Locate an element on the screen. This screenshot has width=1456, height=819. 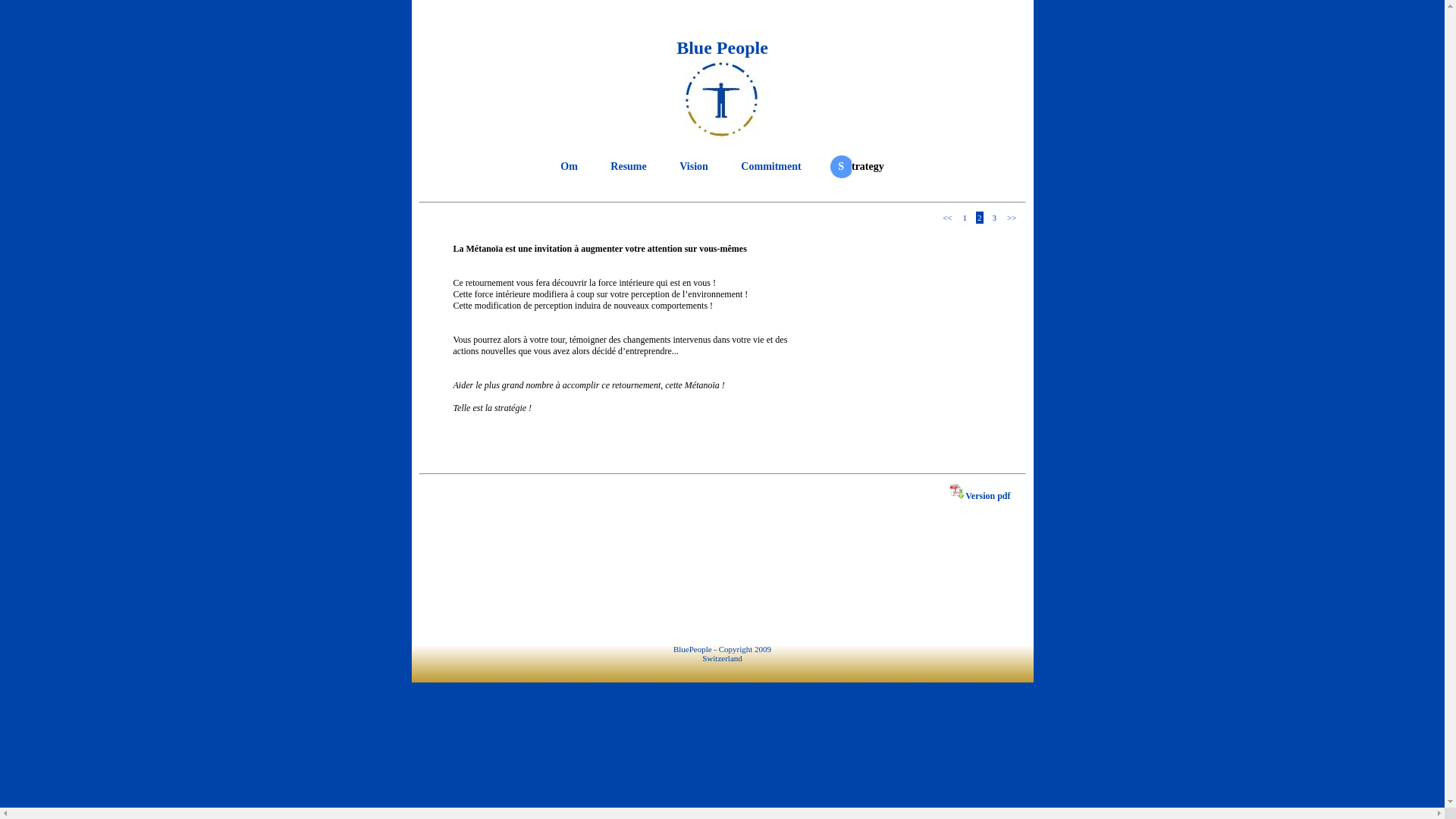
'>>' is located at coordinates (1005, 217).